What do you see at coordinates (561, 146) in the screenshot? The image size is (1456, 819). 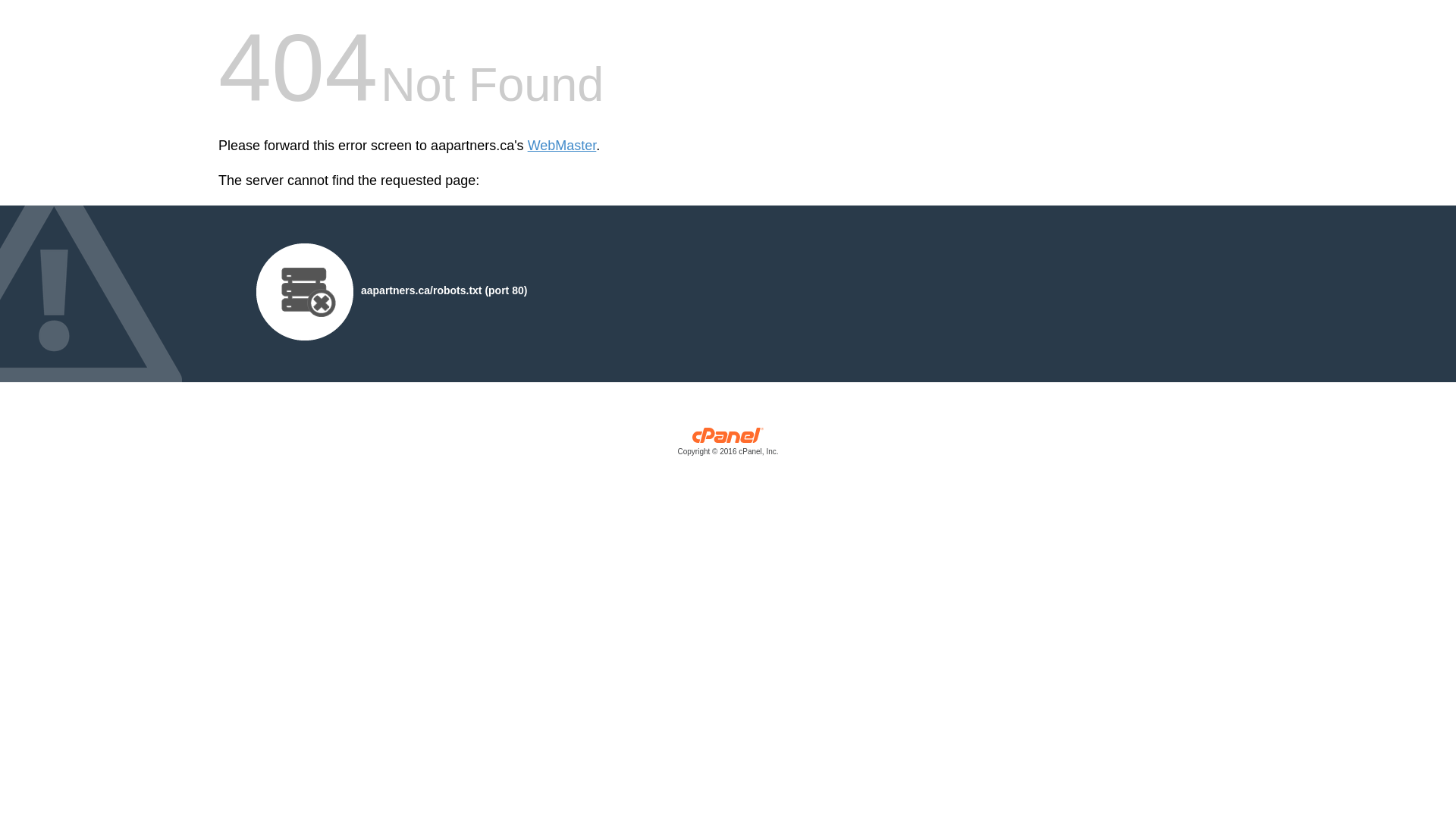 I see `'WebMaster'` at bounding box center [561, 146].